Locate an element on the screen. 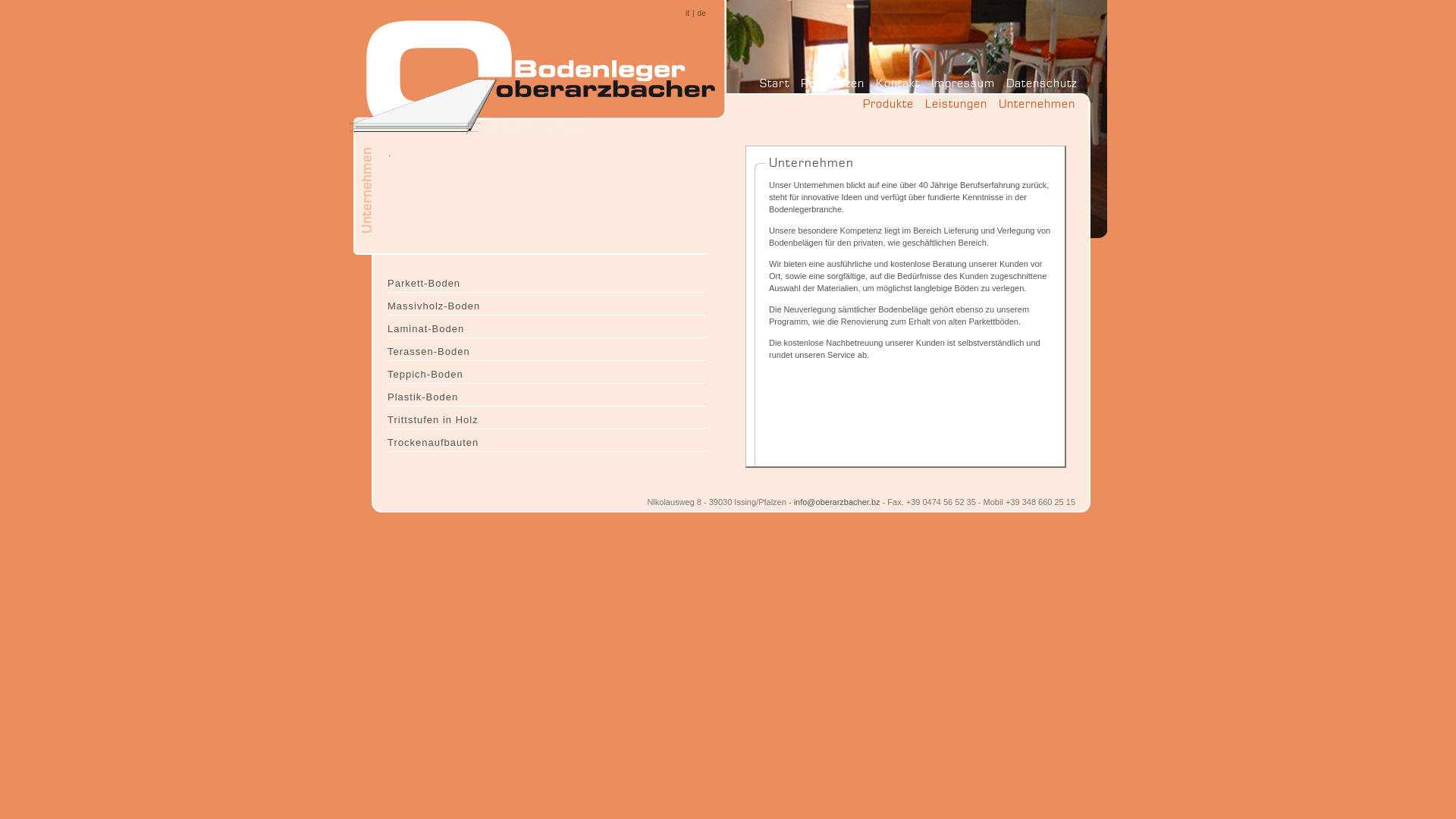  'info@oberarzbacher.bz' is located at coordinates (836, 502).